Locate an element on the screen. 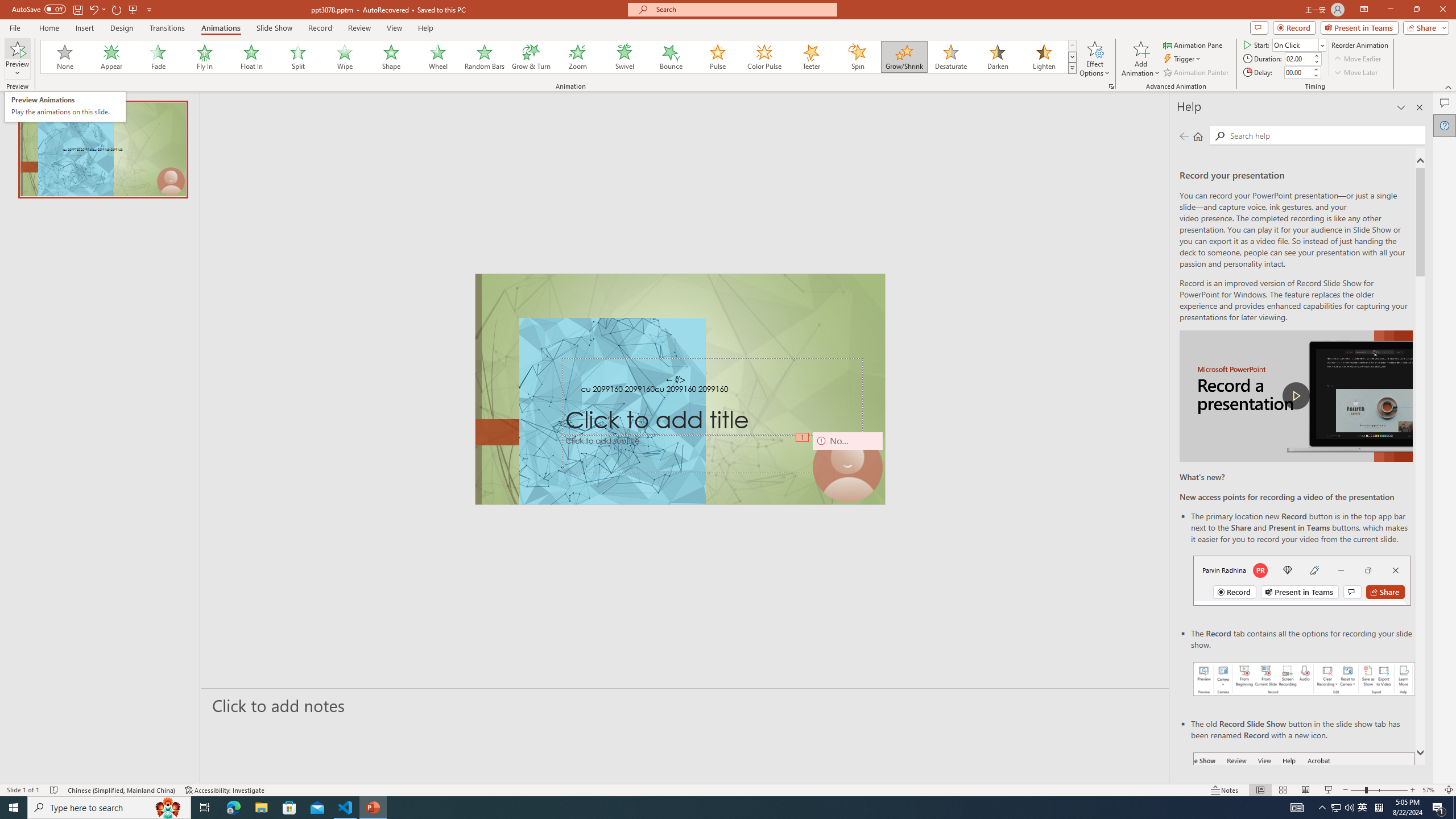 The height and width of the screenshot is (819, 1456). 'Animation Delay' is located at coordinates (1296, 72).